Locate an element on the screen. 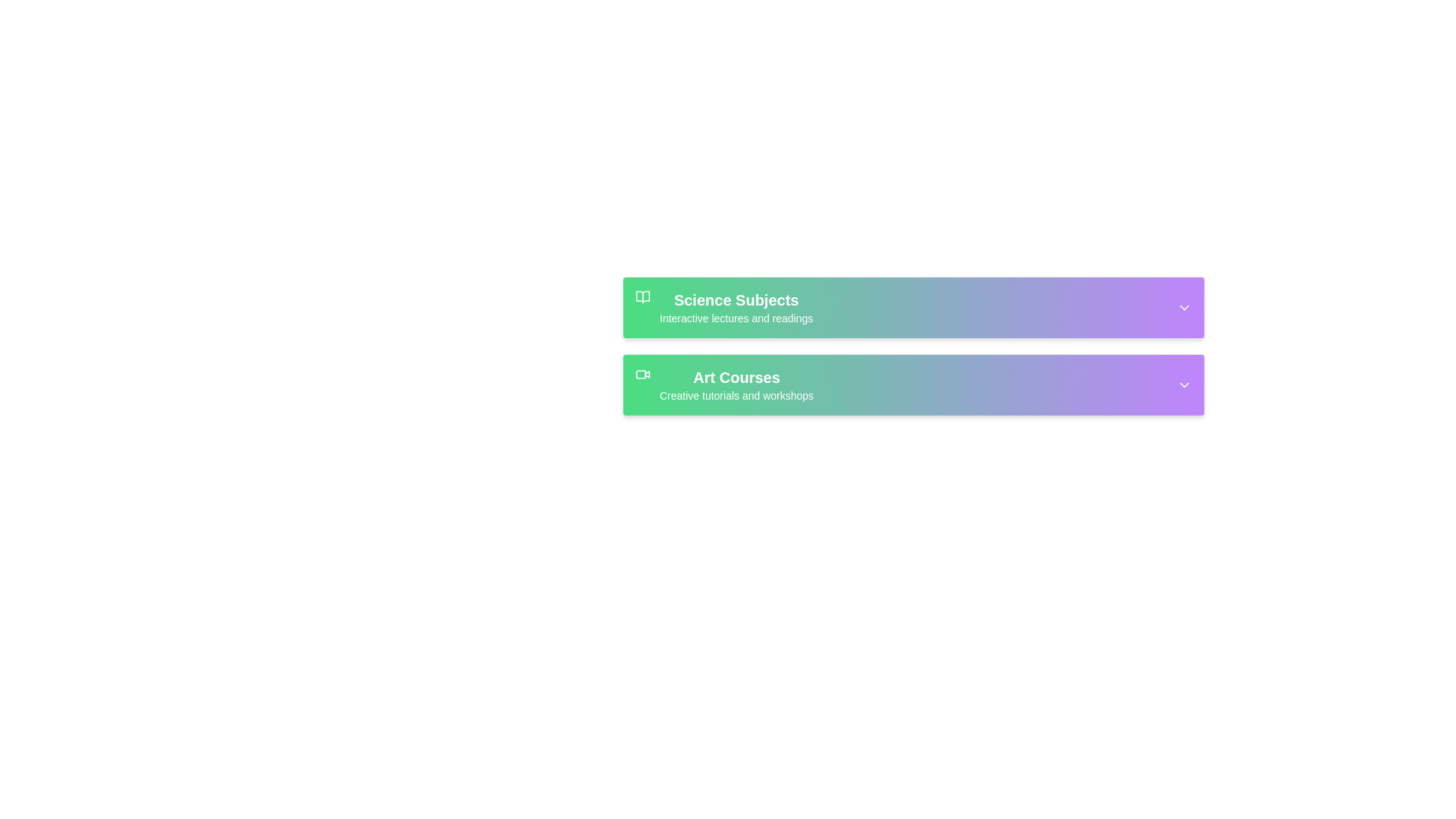 Image resolution: width=1456 pixels, height=819 pixels. the chevron-down icon that serves as a toggle for revealing more options related to 'Science Subjects' for keyboard navigation is located at coordinates (1183, 307).